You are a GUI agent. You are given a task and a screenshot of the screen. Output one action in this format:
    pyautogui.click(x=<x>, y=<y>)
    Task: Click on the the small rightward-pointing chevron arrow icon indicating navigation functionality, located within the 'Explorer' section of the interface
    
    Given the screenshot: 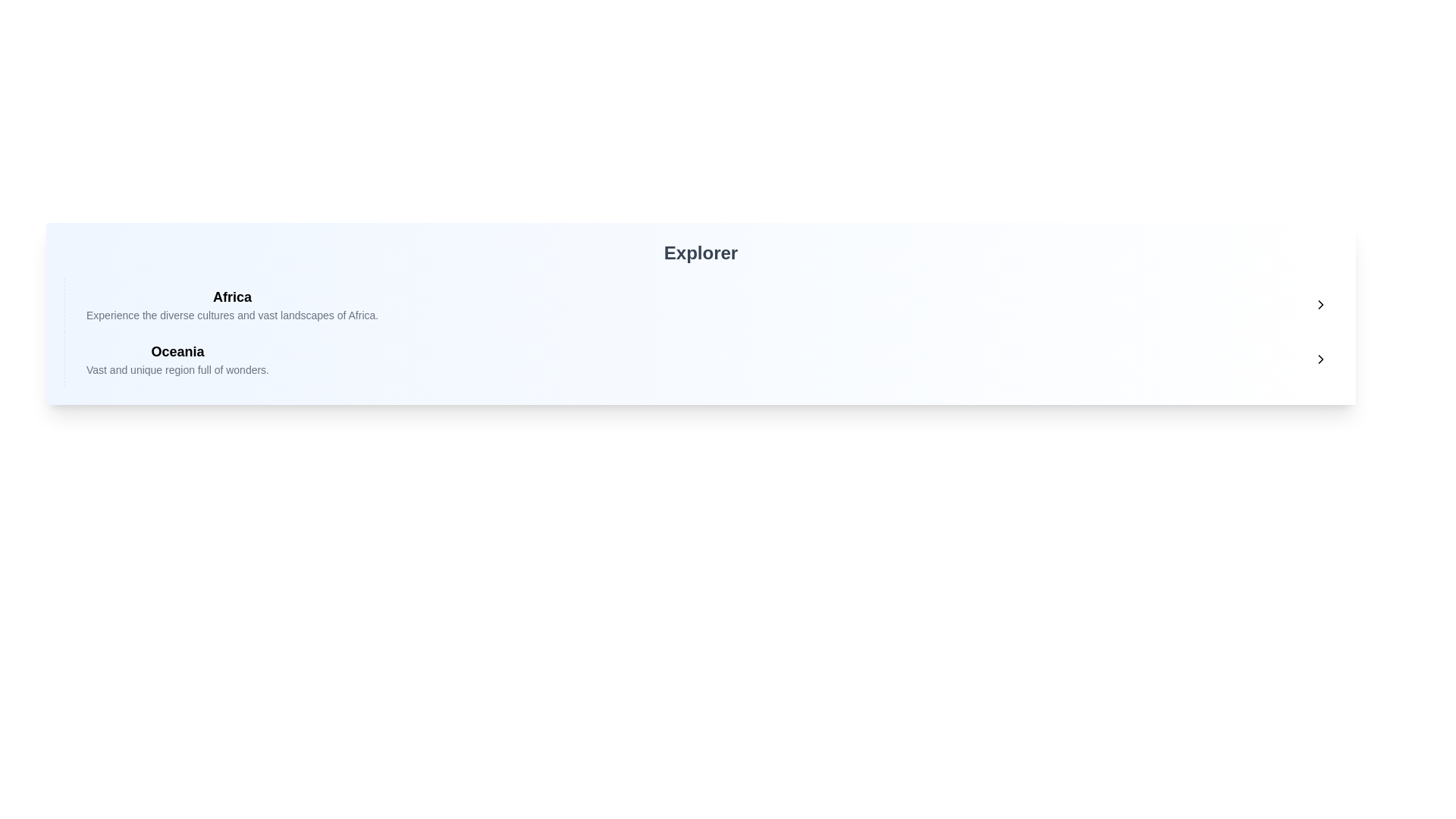 What is the action you would take?
    pyautogui.click(x=1320, y=304)
    